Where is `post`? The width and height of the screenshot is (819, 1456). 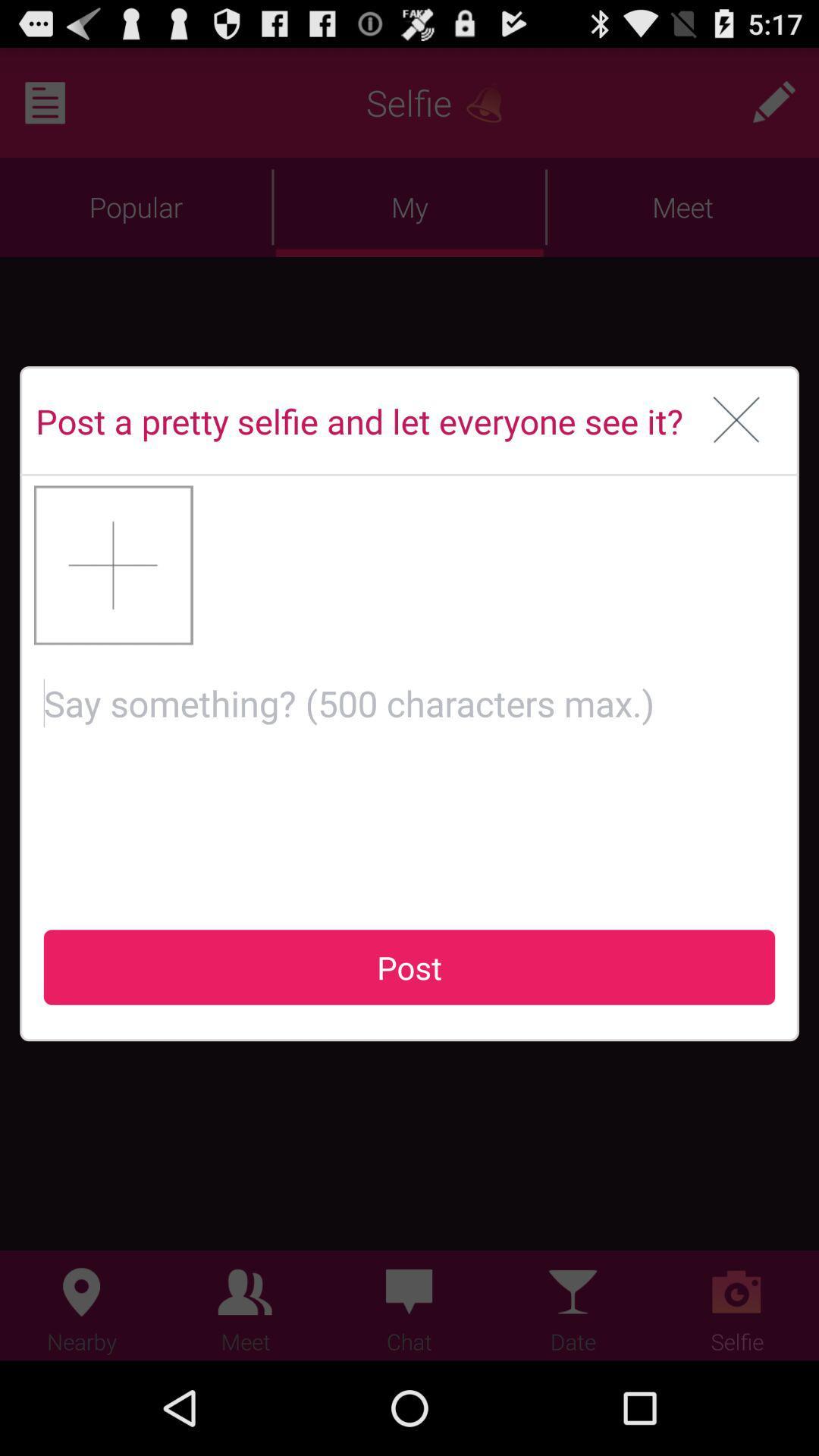
post is located at coordinates (409, 774).